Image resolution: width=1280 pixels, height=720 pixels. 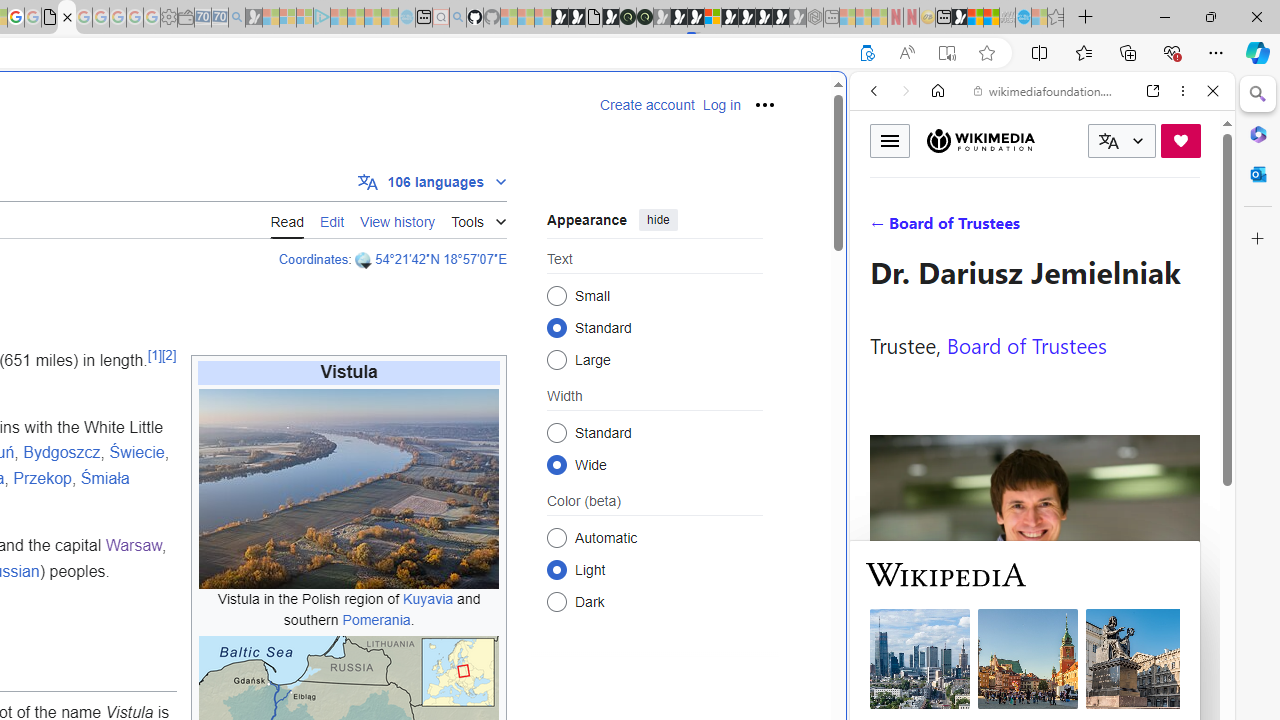 I want to click on 'Read', so click(x=286, y=219).